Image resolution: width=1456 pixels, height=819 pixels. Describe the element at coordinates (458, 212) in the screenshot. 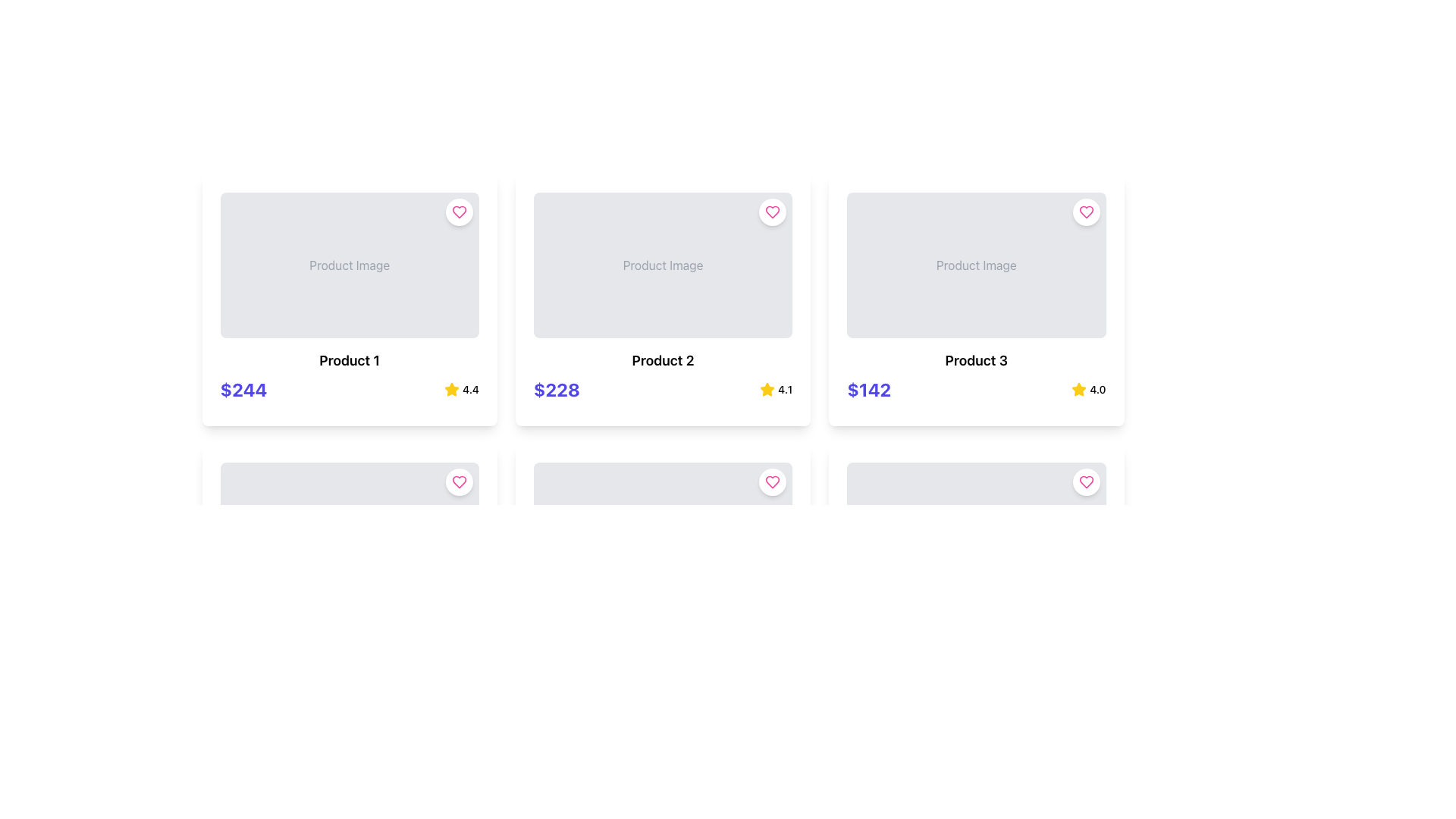

I see `the interactive button located at the top-right corner of the 'Product 1' card` at that location.